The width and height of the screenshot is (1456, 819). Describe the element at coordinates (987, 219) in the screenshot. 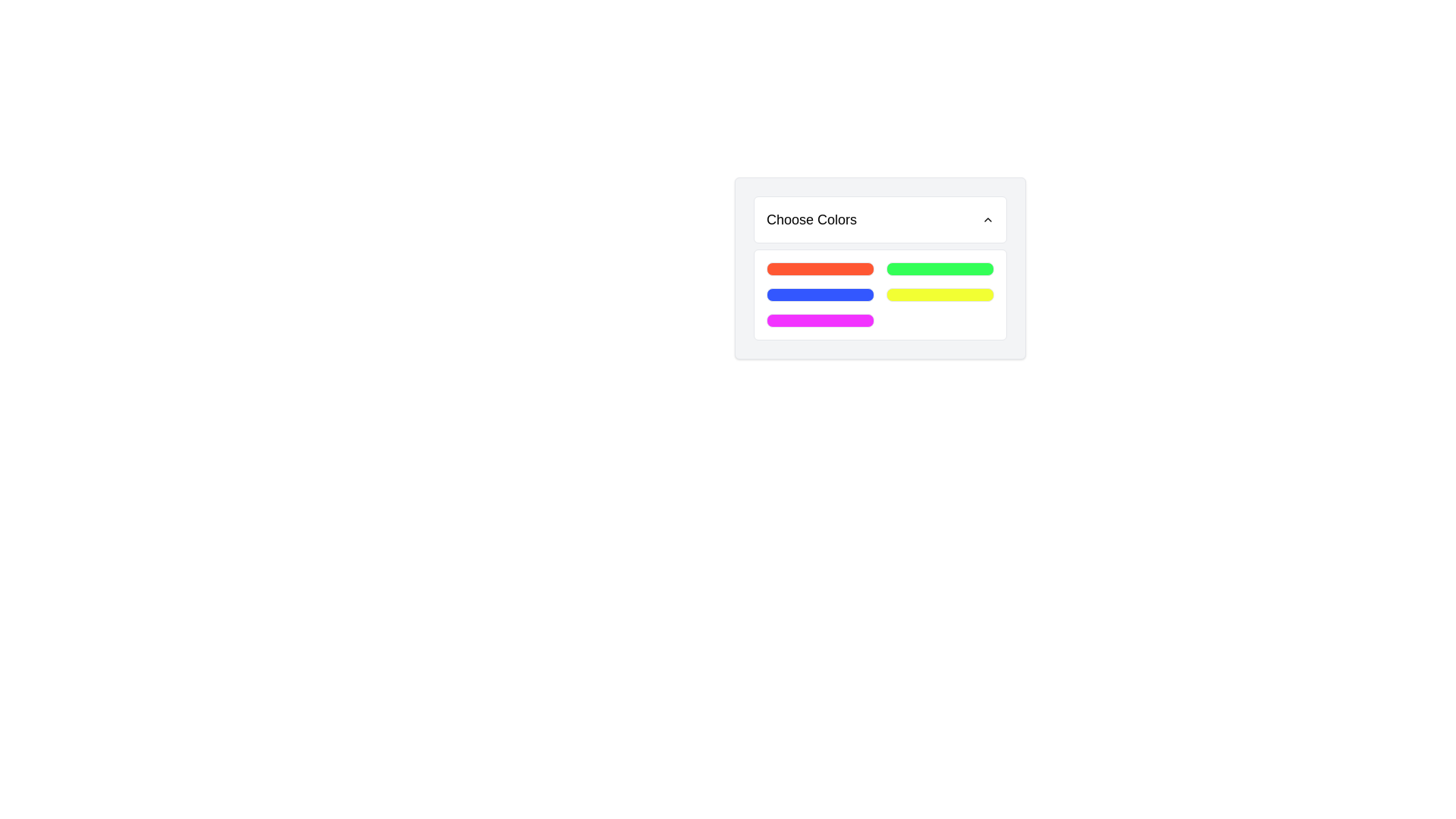

I see `the upward-pointing chevron icon located to the right of the 'Choose Colors' text` at that location.